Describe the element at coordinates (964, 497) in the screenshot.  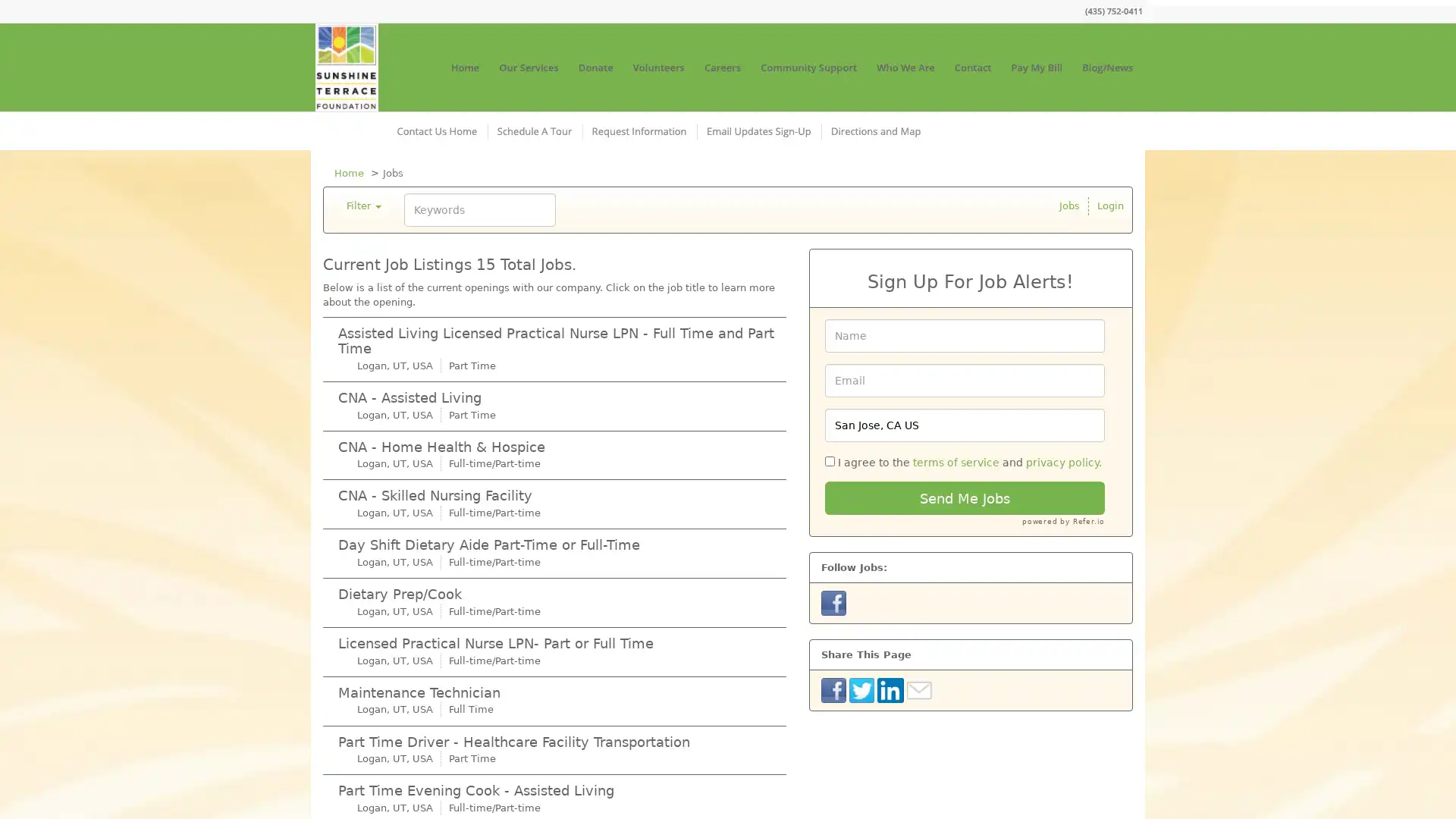
I see `Send Me Jobs` at that location.